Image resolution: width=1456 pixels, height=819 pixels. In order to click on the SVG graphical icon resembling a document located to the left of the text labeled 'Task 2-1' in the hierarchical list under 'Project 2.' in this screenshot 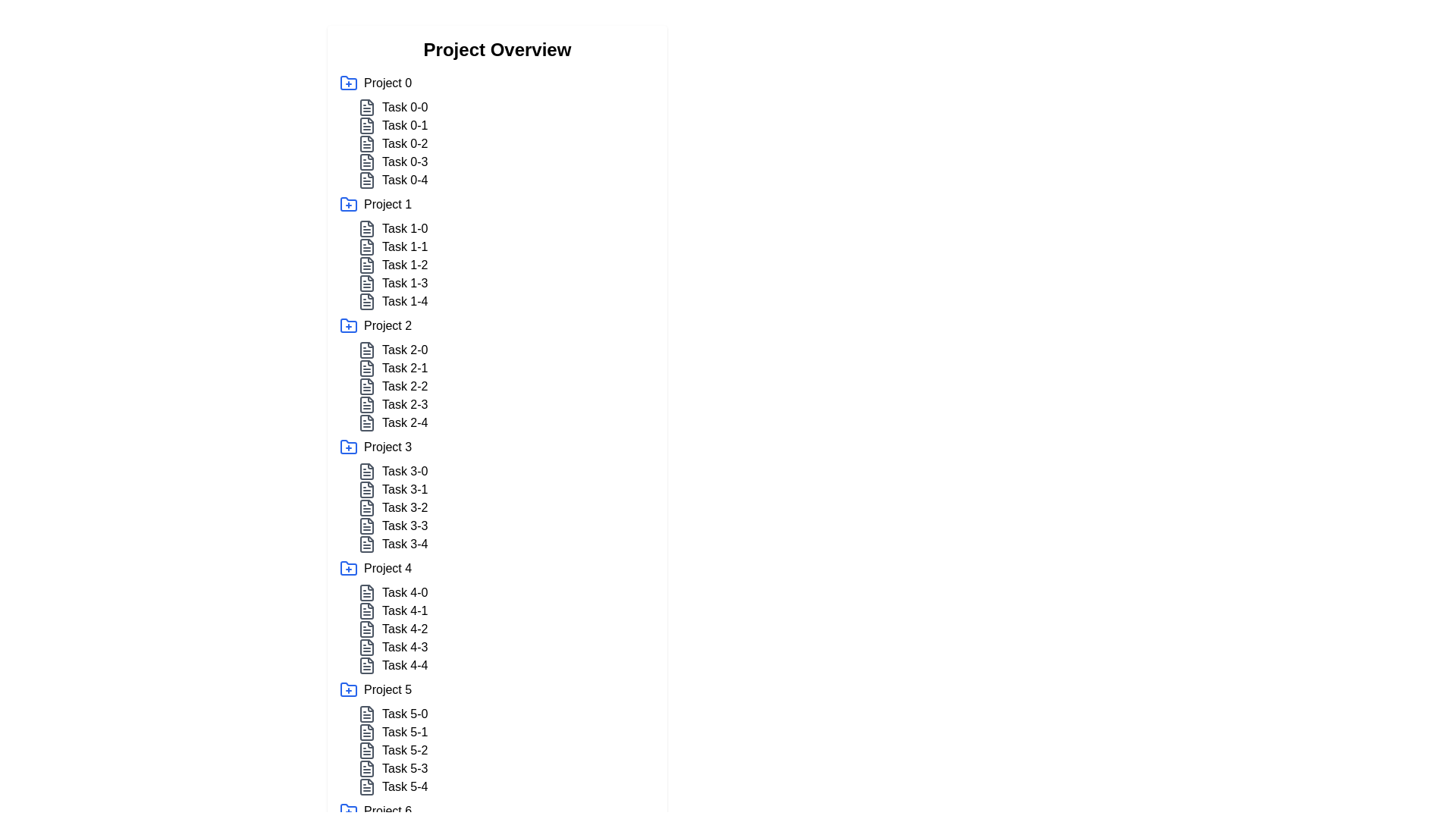, I will do `click(367, 369)`.